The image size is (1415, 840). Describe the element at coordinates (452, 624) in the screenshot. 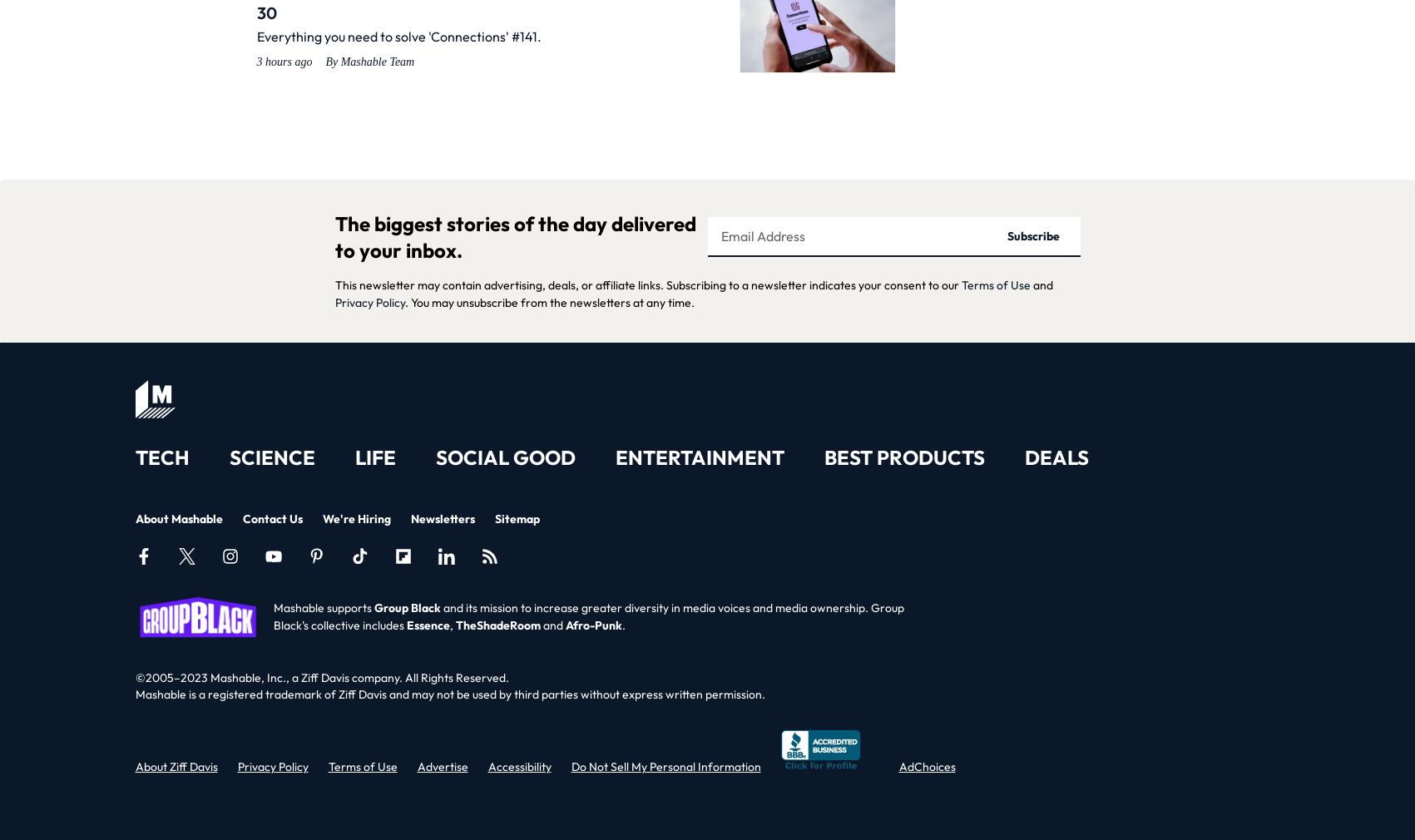

I see `','` at that location.